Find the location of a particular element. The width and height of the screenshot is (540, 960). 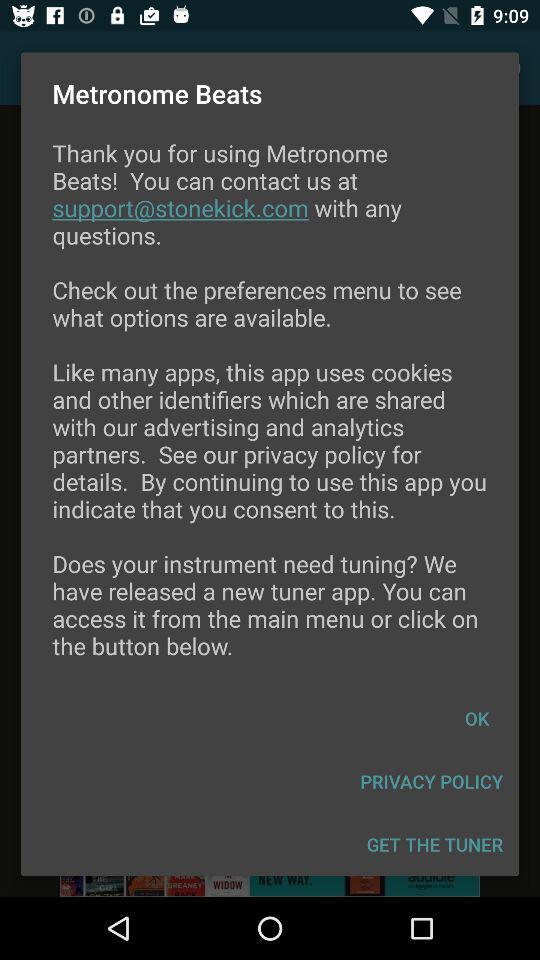

the icon above the ok item is located at coordinates (270, 411).